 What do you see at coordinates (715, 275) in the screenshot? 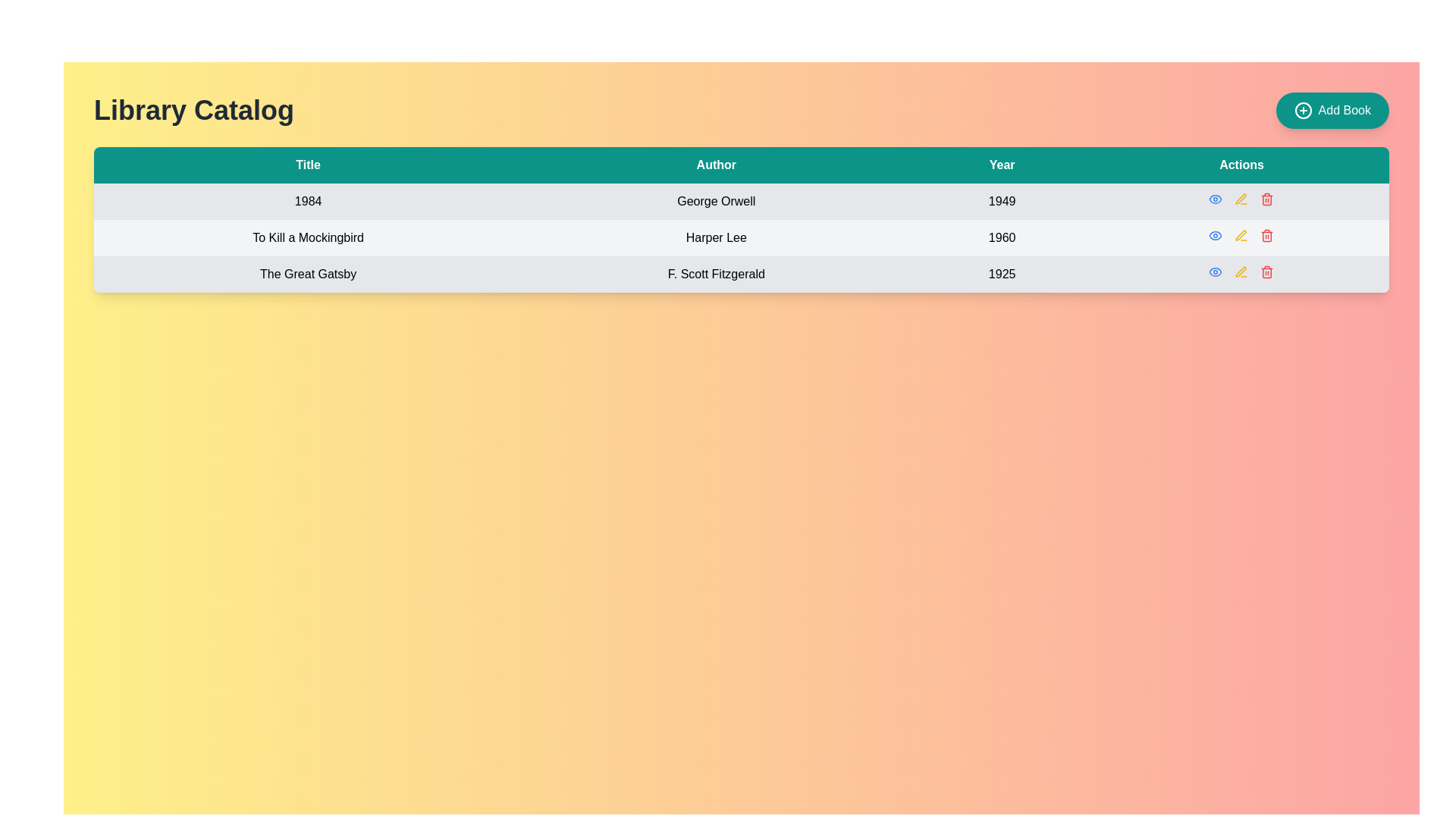
I see `the static text label displaying the author of the book 'The Great Gatsby' located in the second column of the bottom-most row of the table` at bounding box center [715, 275].